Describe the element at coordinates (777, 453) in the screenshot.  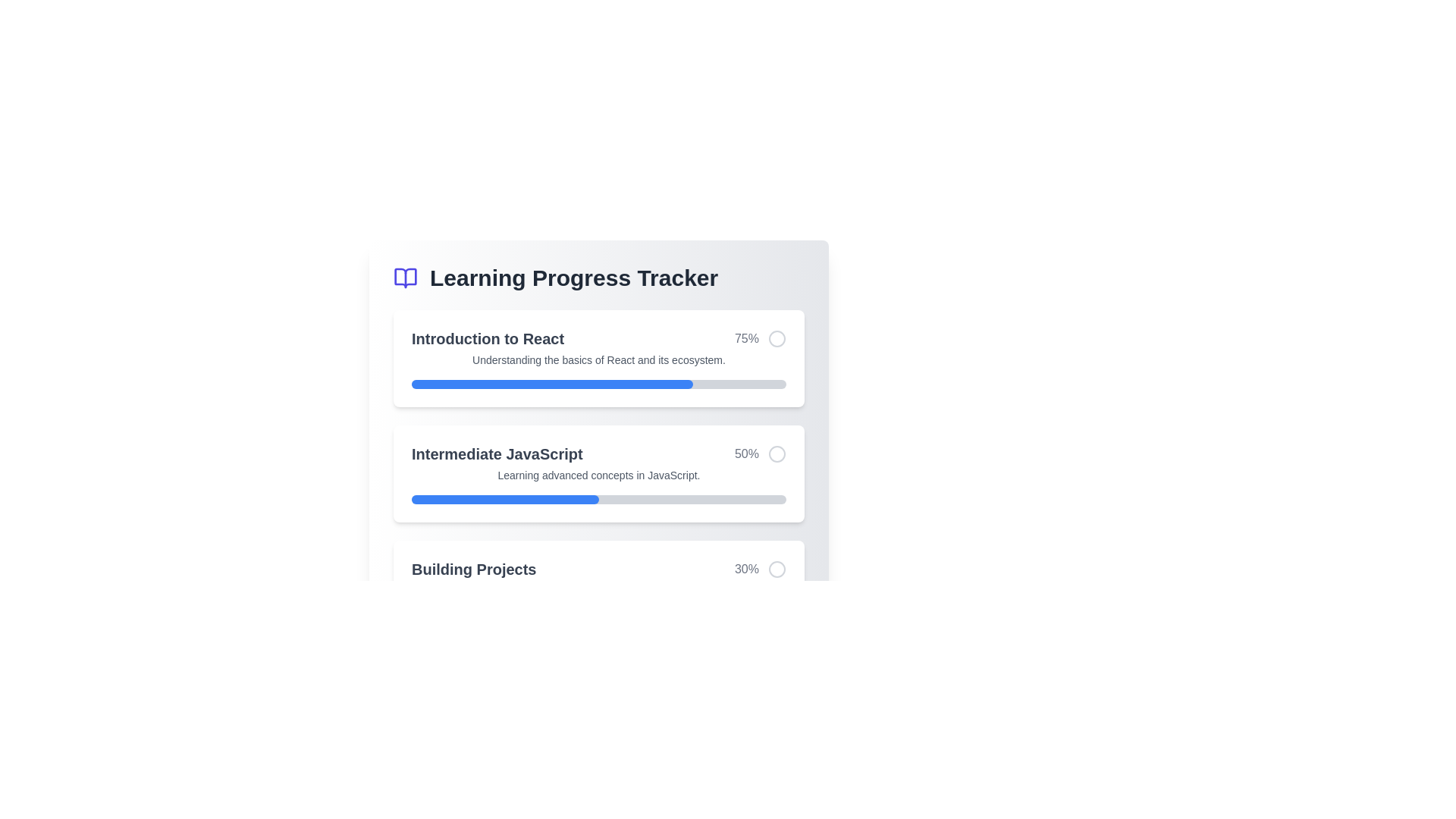
I see `the circular icon with a gray border located next to the '50%' text in the progress bar section` at that location.